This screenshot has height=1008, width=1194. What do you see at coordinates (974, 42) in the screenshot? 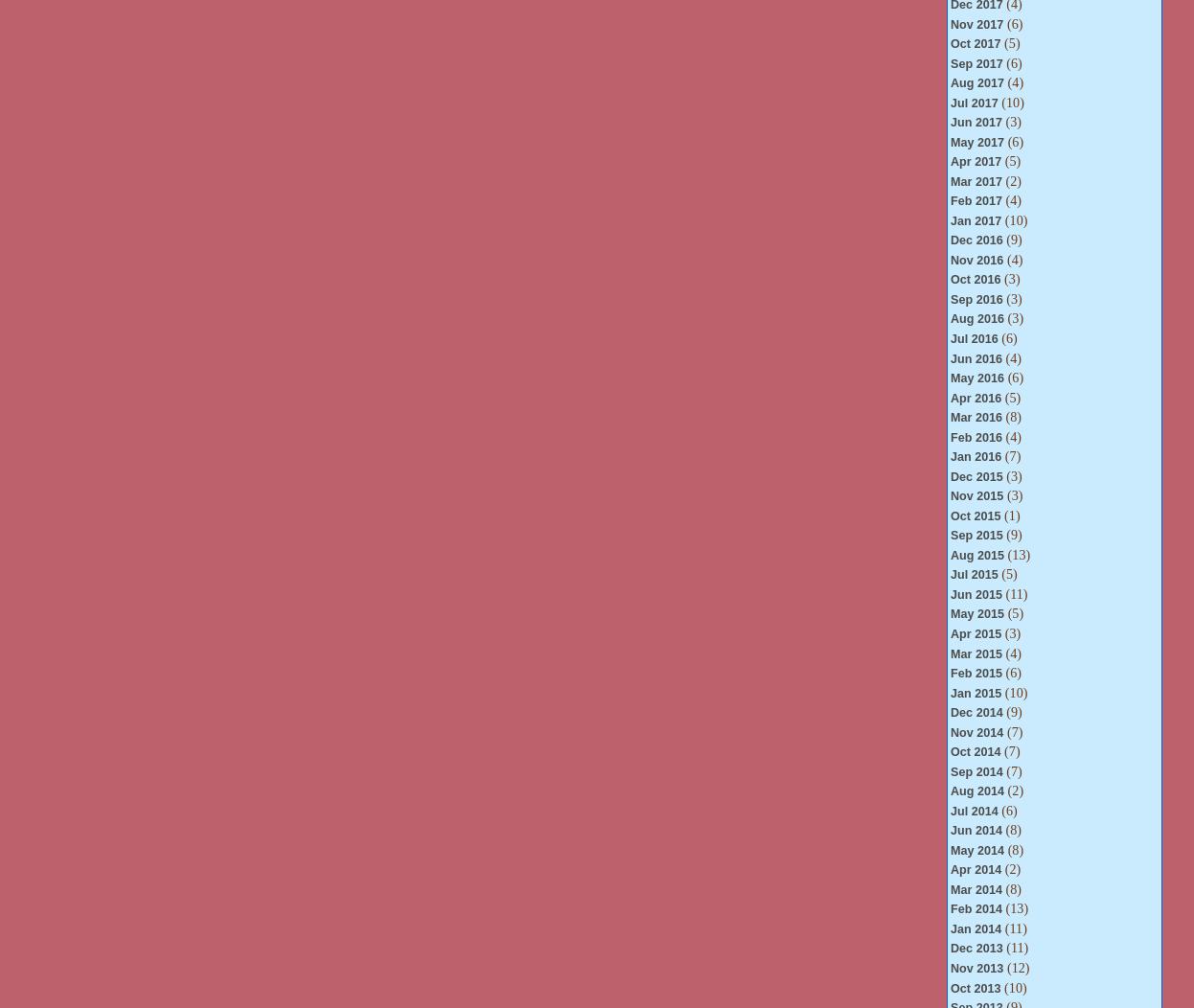
I see `'Oct 2017'` at bounding box center [974, 42].